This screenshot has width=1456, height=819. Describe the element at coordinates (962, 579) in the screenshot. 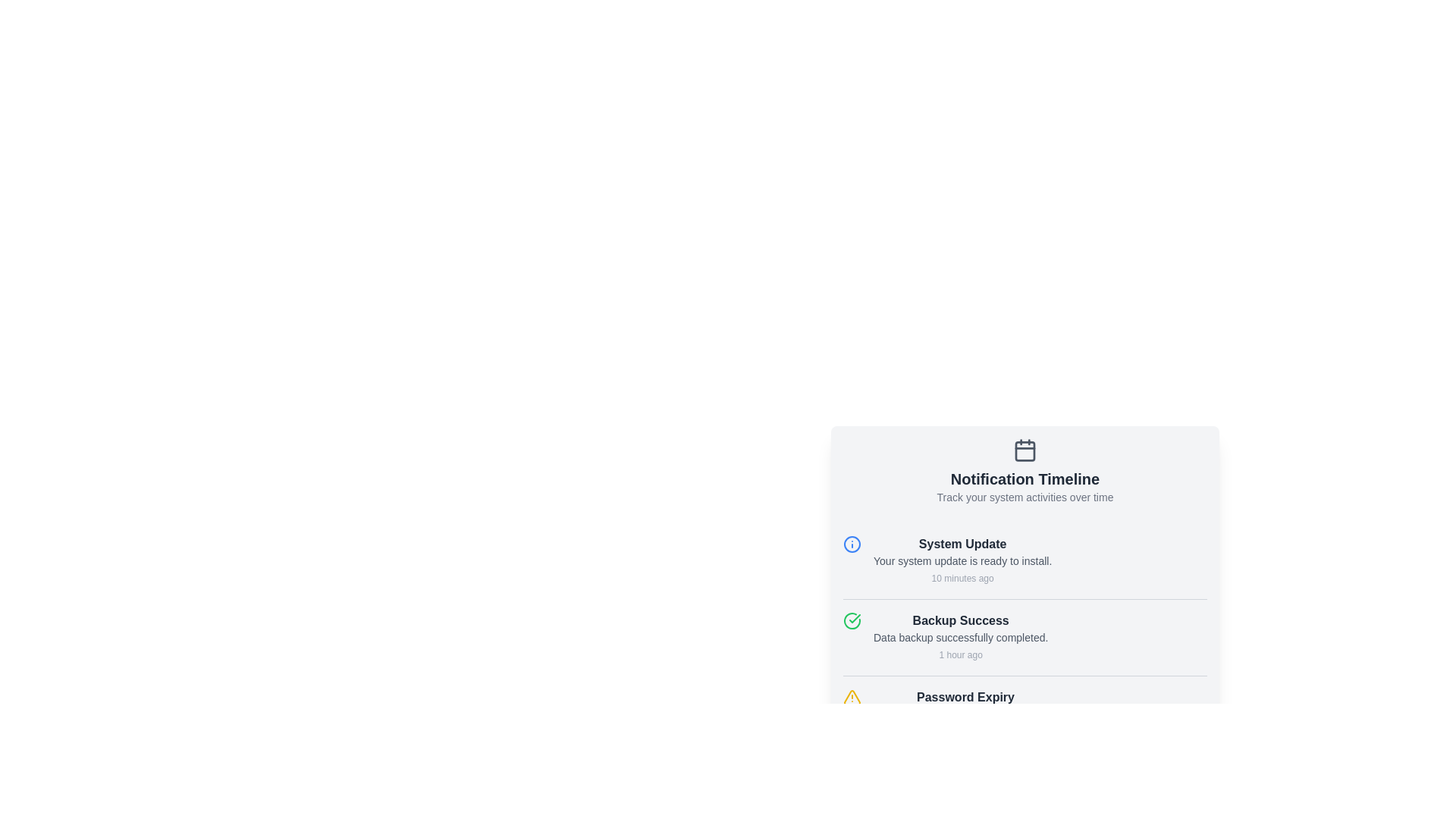

I see `the static text label displaying '10 minutes ago', which is located below the 'Your system update is ready to install.' text in the notification timeline interface` at that location.